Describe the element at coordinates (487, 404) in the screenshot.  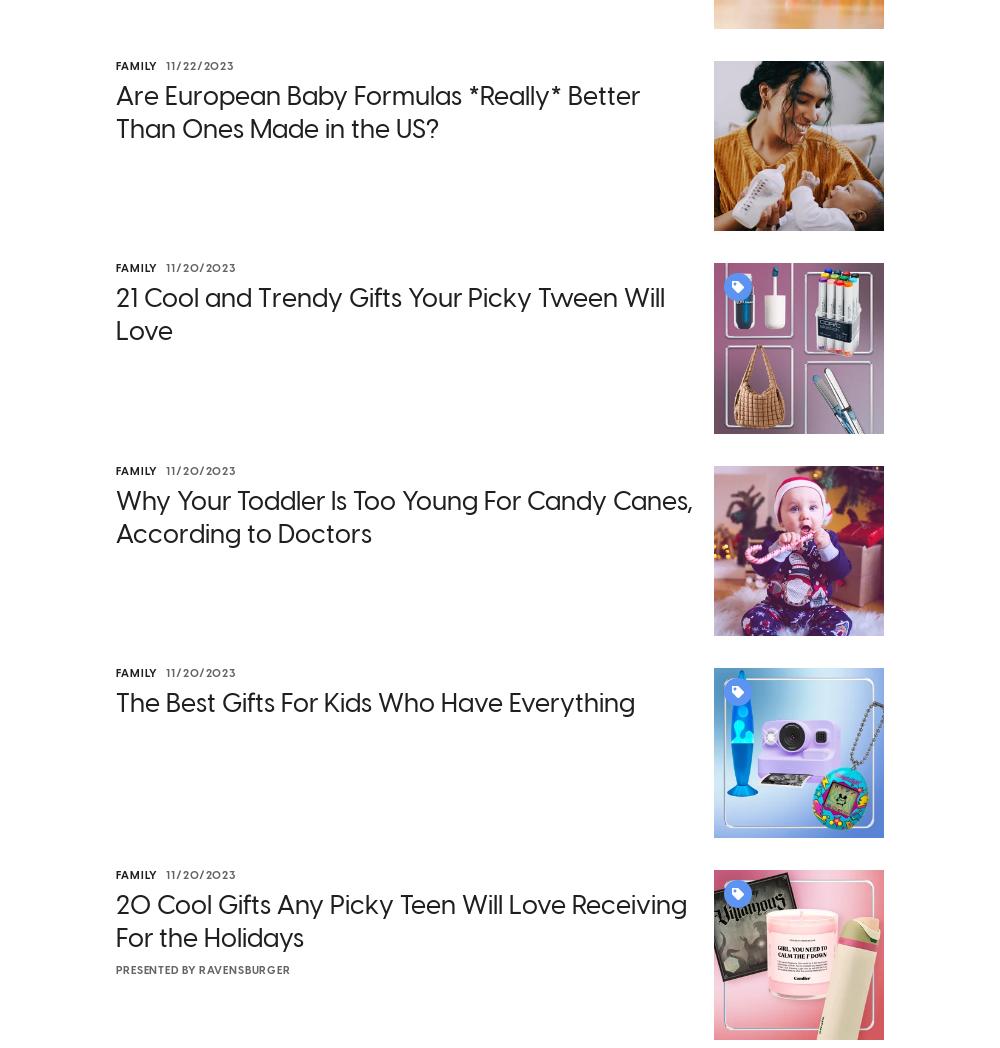
I see `'It raises the question — where do we go from here? These are the complicated yet necessary solutions that experts say need to happen to remedy the childcare situation.'` at that location.